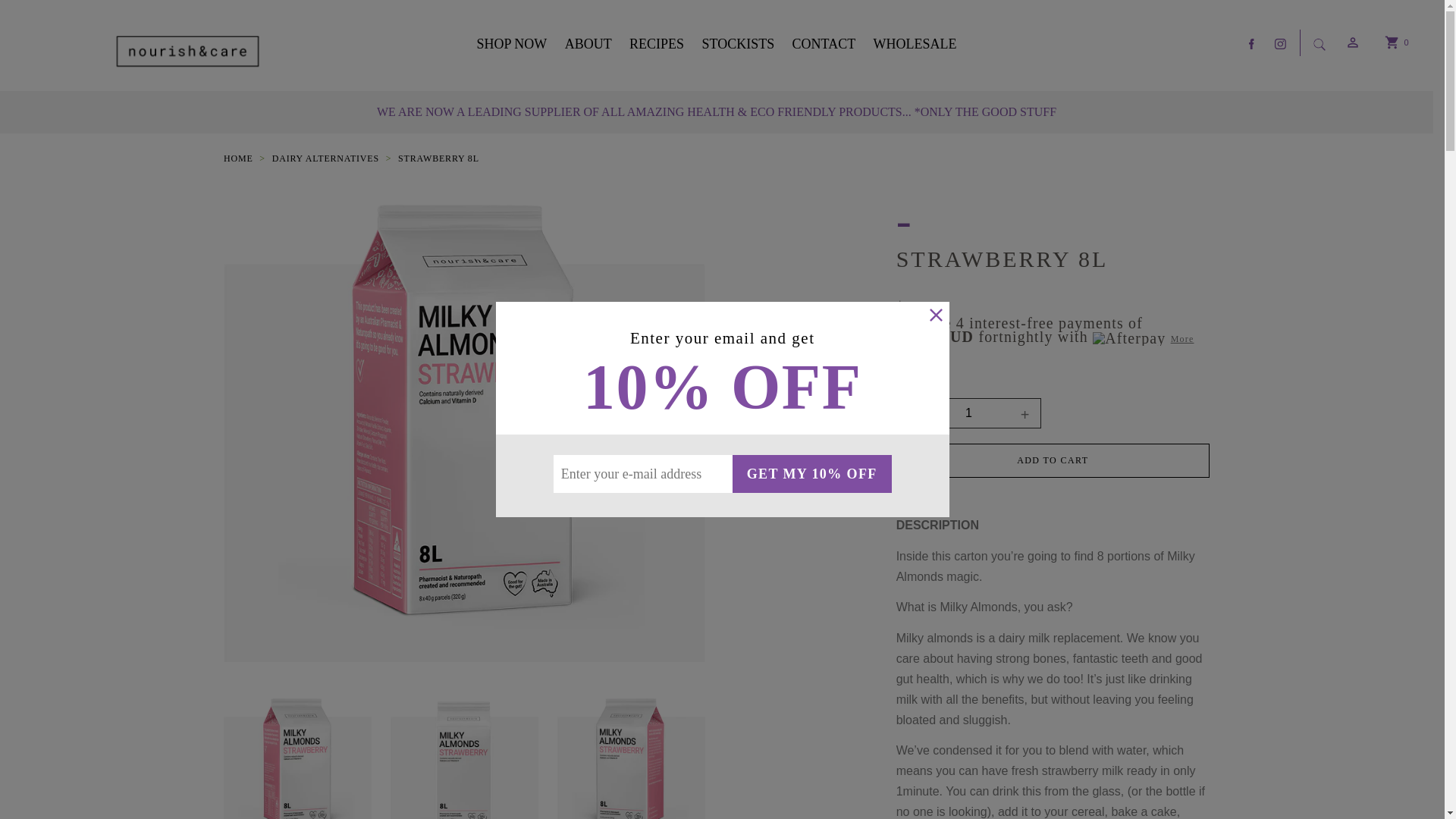 This screenshot has height=819, width=1456. I want to click on 'SHOP NOW', so click(517, 43).